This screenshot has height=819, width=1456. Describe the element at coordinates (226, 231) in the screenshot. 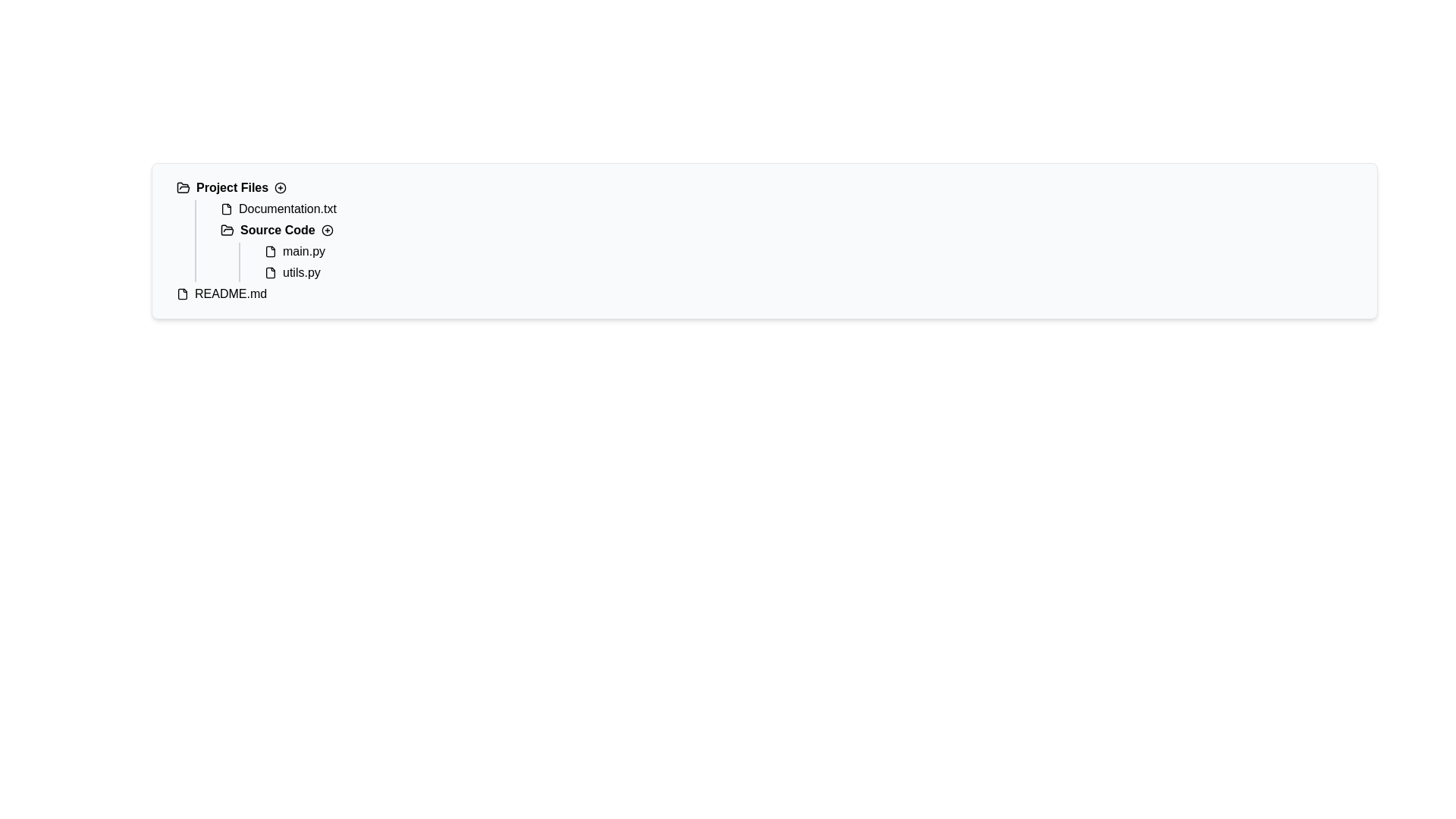

I see `the open folder icon, which is an SVG image with bold black outlines, located to the left of the 'Source Code' text` at that location.